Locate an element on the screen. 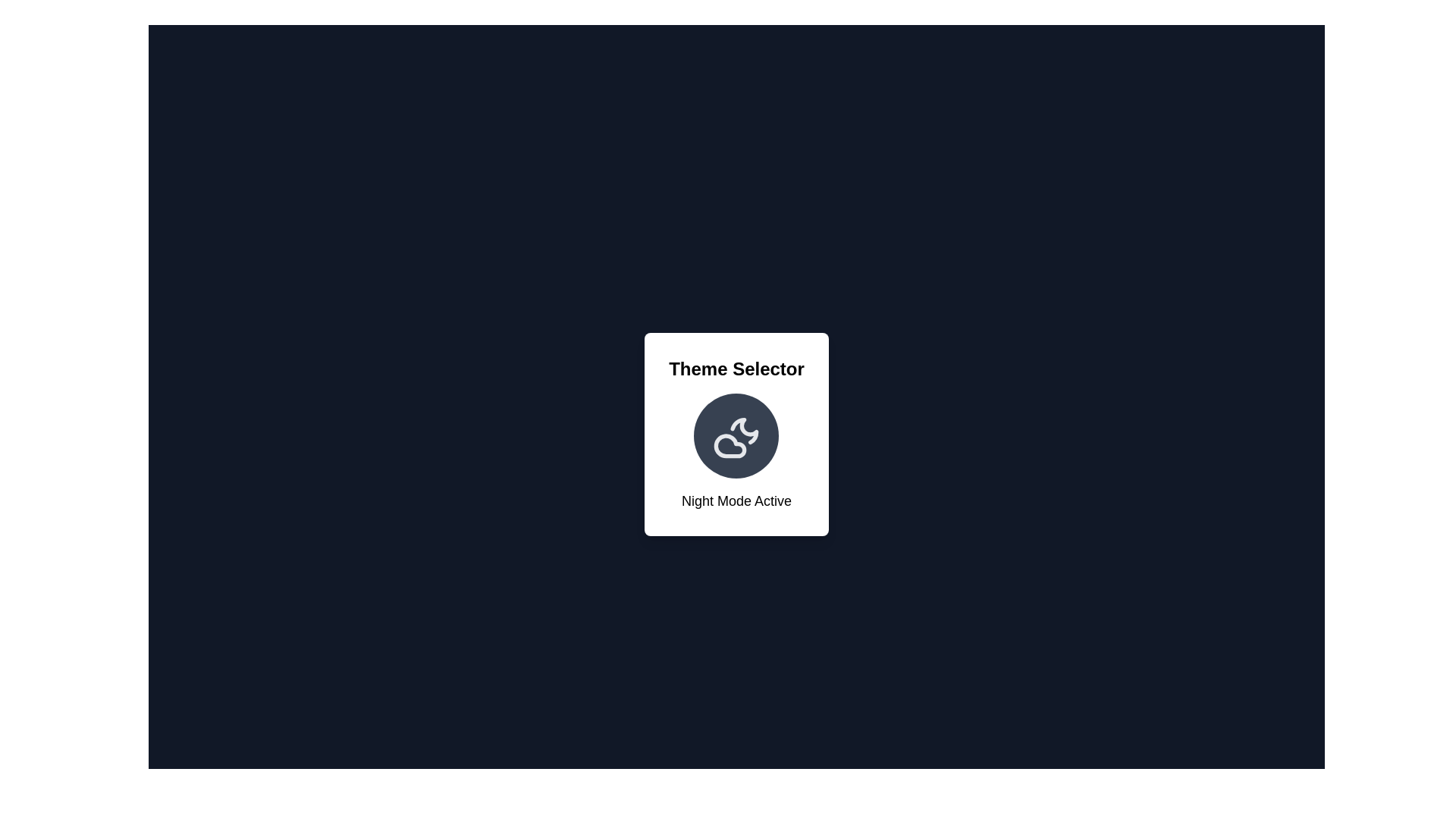 The image size is (1456, 819). circular icon in the center to toggle the theme is located at coordinates (736, 435).